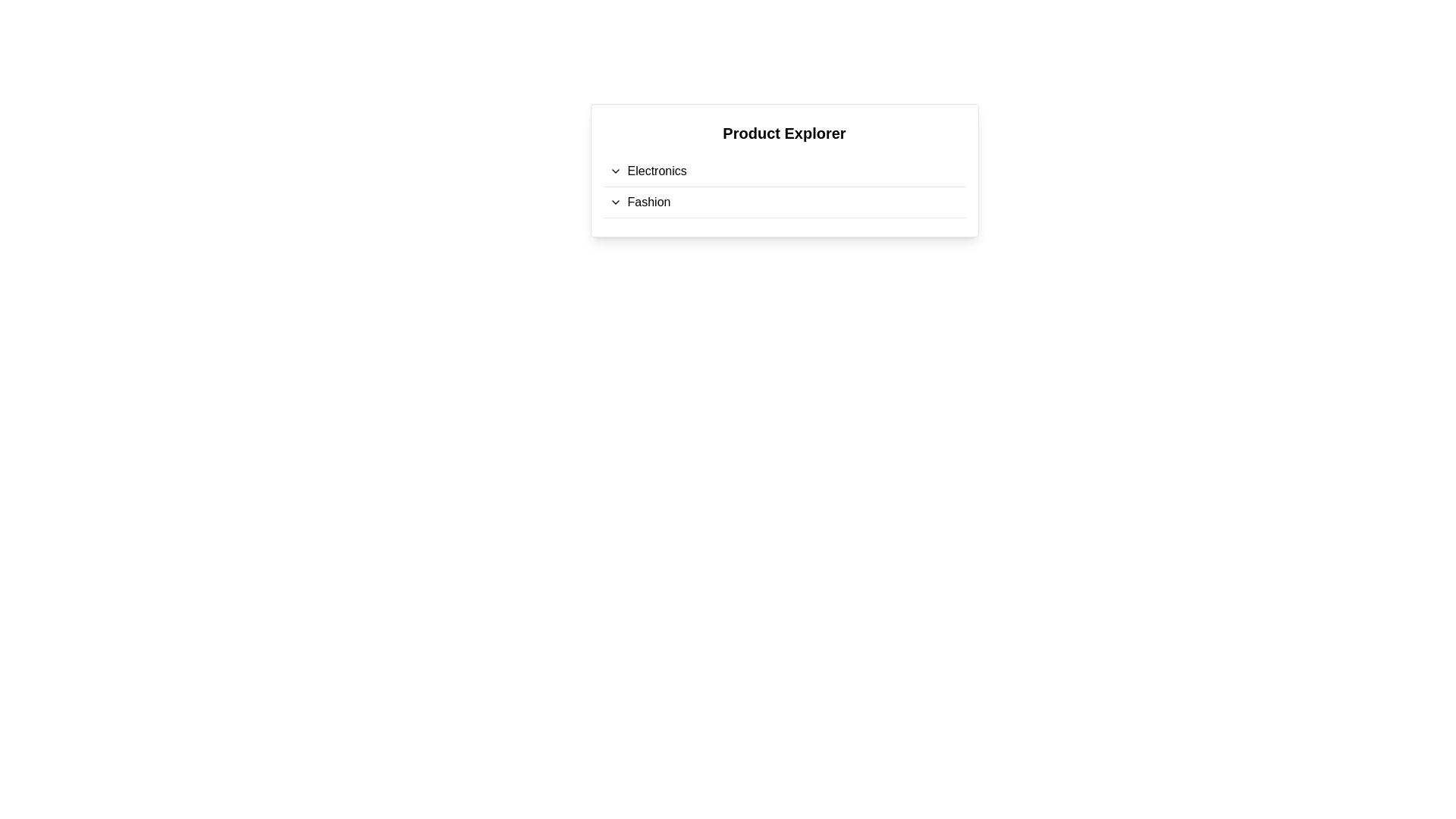 The width and height of the screenshot is (1456, 819). What do you see at coordinates (657, 171) in the screenshot?
I see `text content of the 'Electronics' label within the product explorer menu, which is positioned above the 'Fashion' menu item` at bounding box center [657, 171].